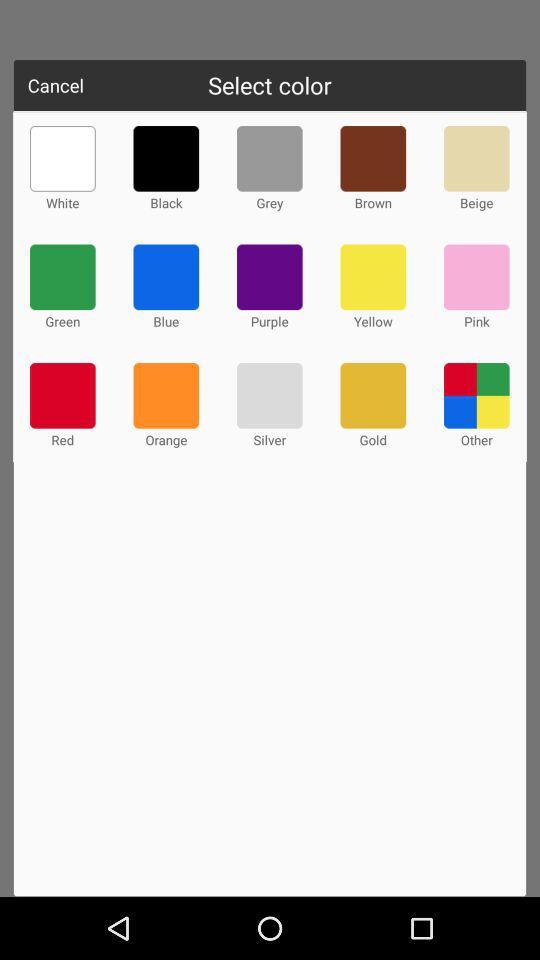 This screenshot has height=960, width=540. Describe the element at coordinates (55, 85) in the screenshot. I see `item to the left of select color item` at that location.